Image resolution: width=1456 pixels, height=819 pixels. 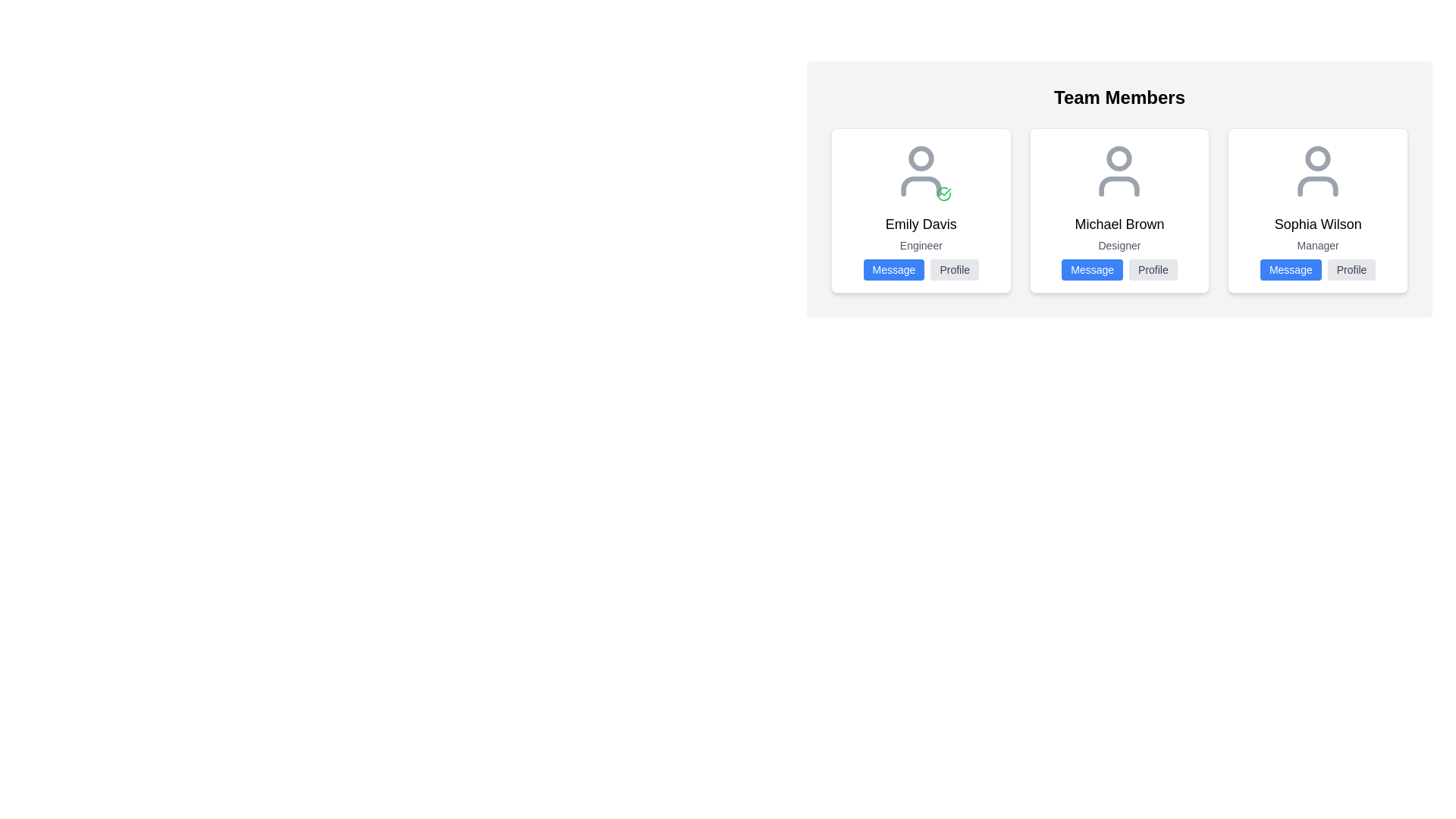 What do you see at coordinates (920, 245) in the screenshot?
I see `the label containing the text 'Engineer', which is styled in small gray font and located below 'Emily Davis' within a bordered card layout` at bounding box center [920, 245].